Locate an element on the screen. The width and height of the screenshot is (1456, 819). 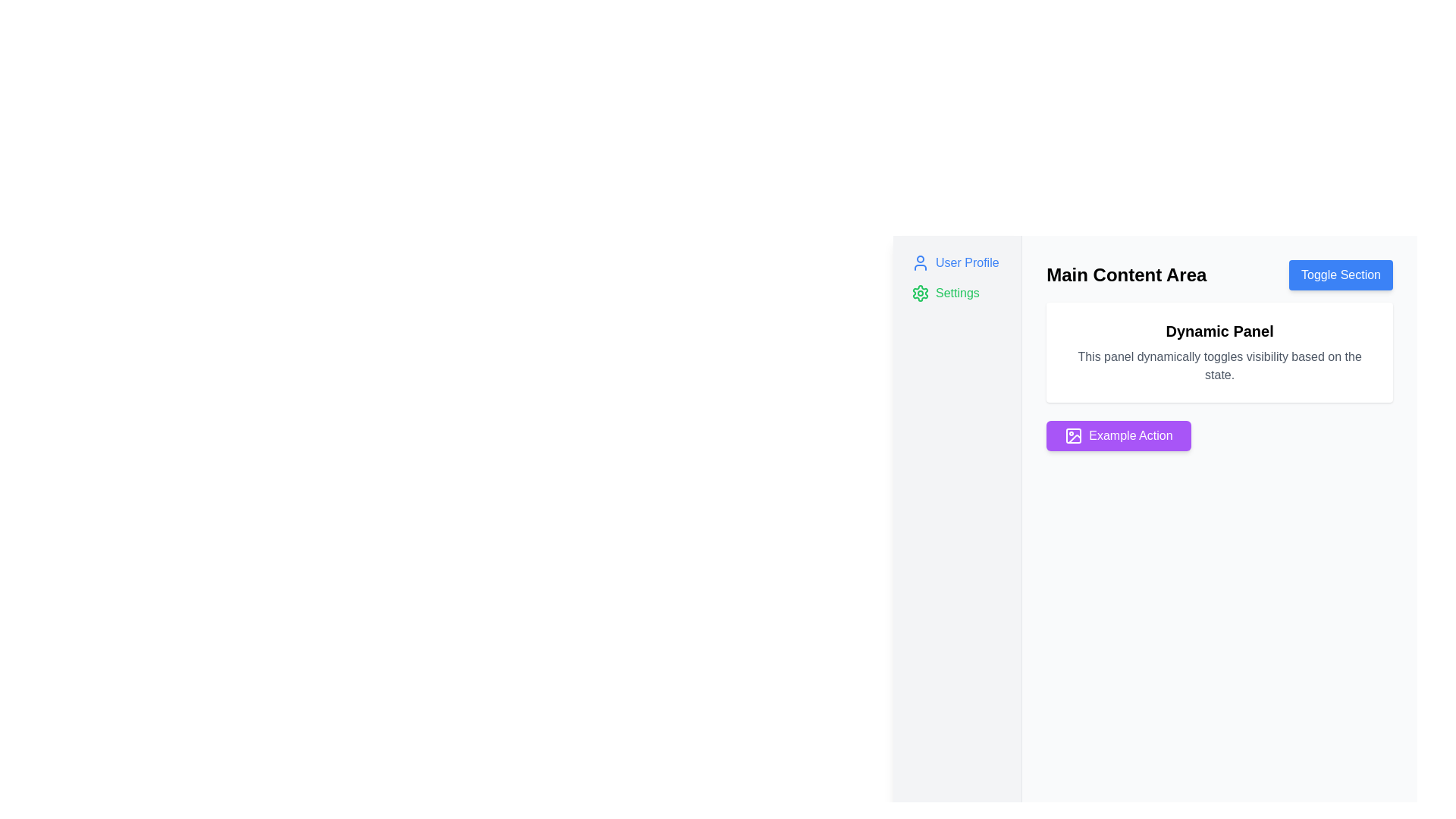
the Navigation link labeled 'User Profile Settings' in the left sidebar is located at coordinates (956, 262).